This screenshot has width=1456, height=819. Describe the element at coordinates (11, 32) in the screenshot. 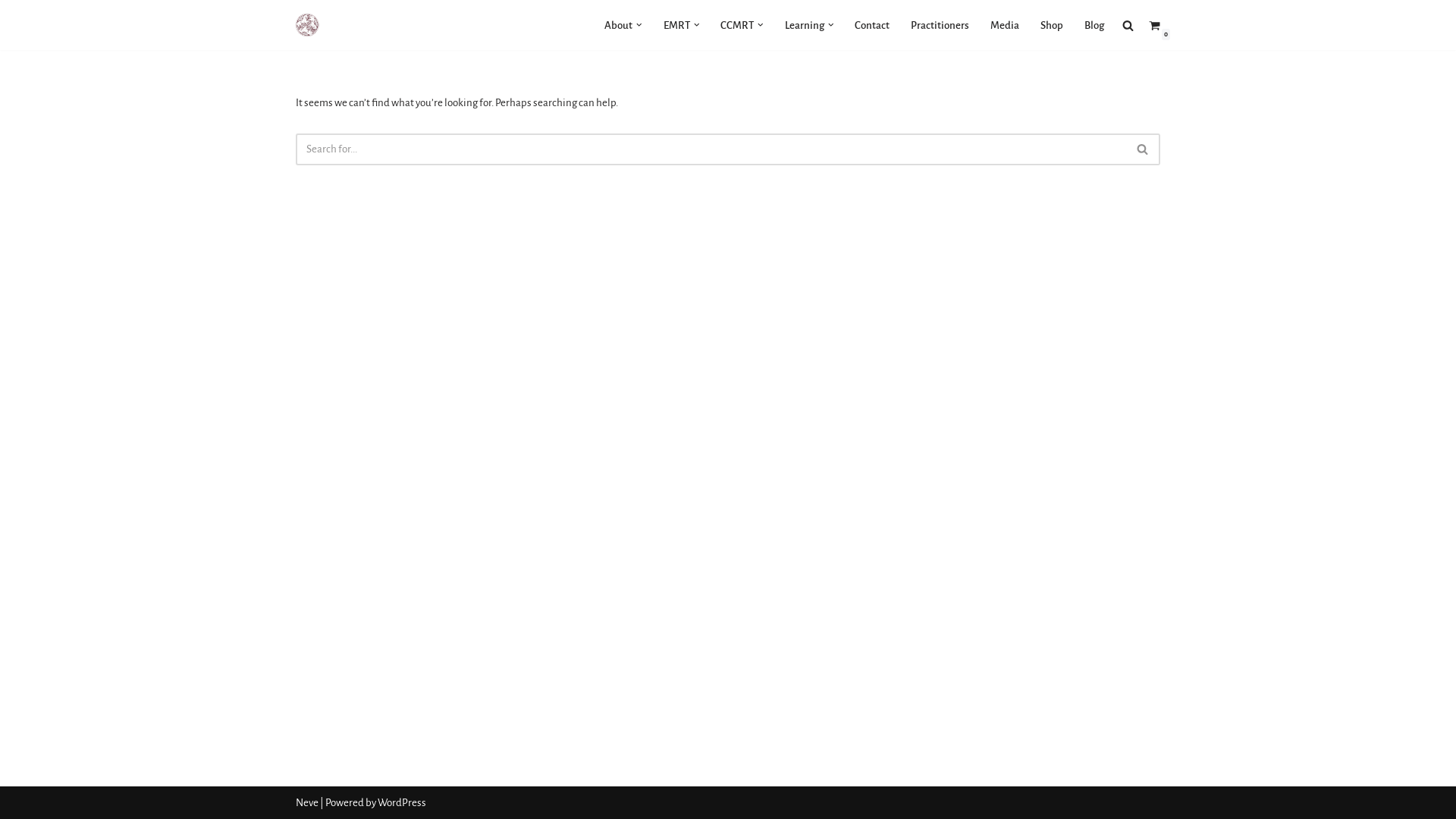

I see `'Skip to content'` at that location.